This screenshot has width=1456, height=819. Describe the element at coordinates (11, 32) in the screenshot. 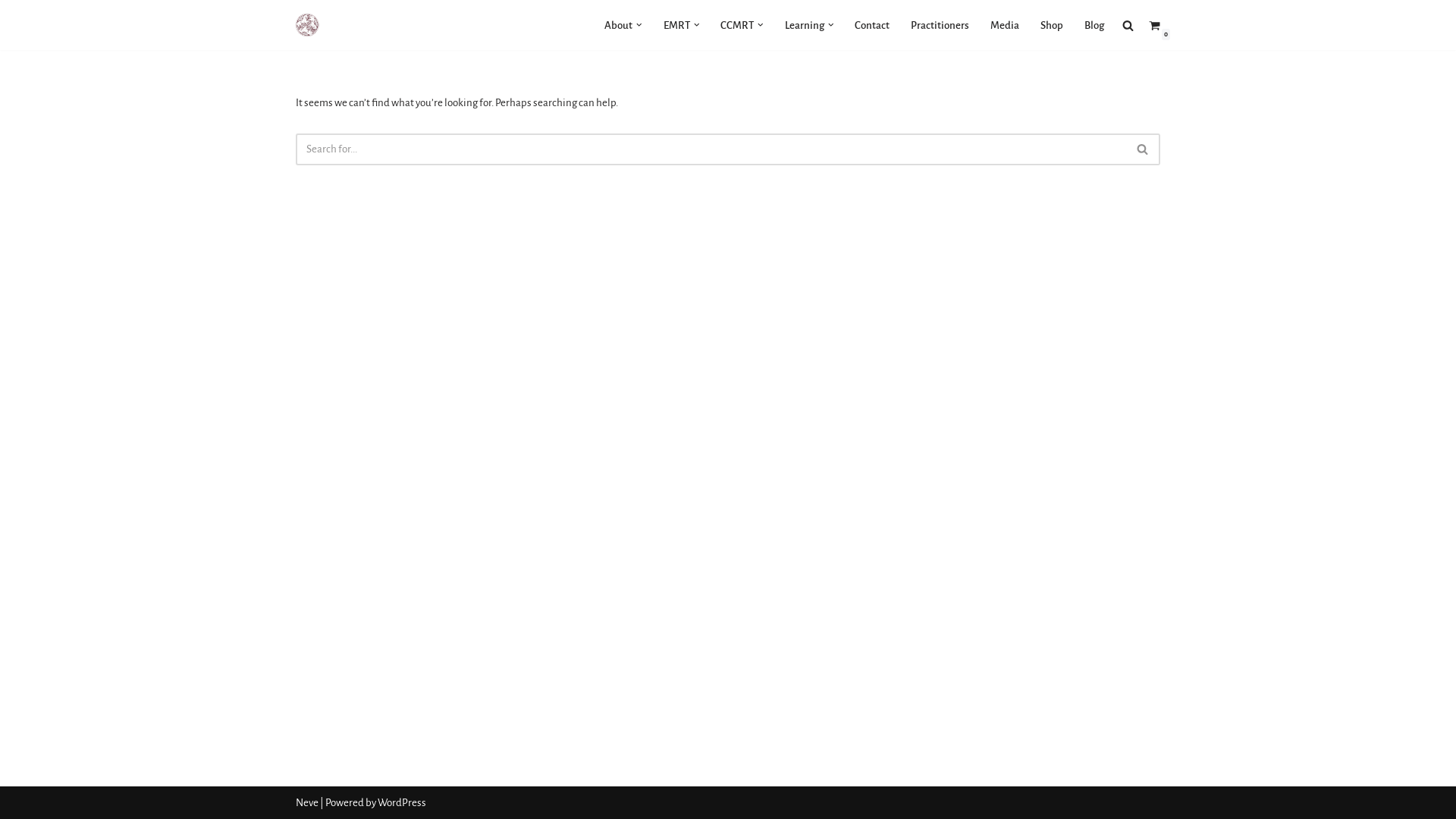

I see `'Skip to content'` at that location.